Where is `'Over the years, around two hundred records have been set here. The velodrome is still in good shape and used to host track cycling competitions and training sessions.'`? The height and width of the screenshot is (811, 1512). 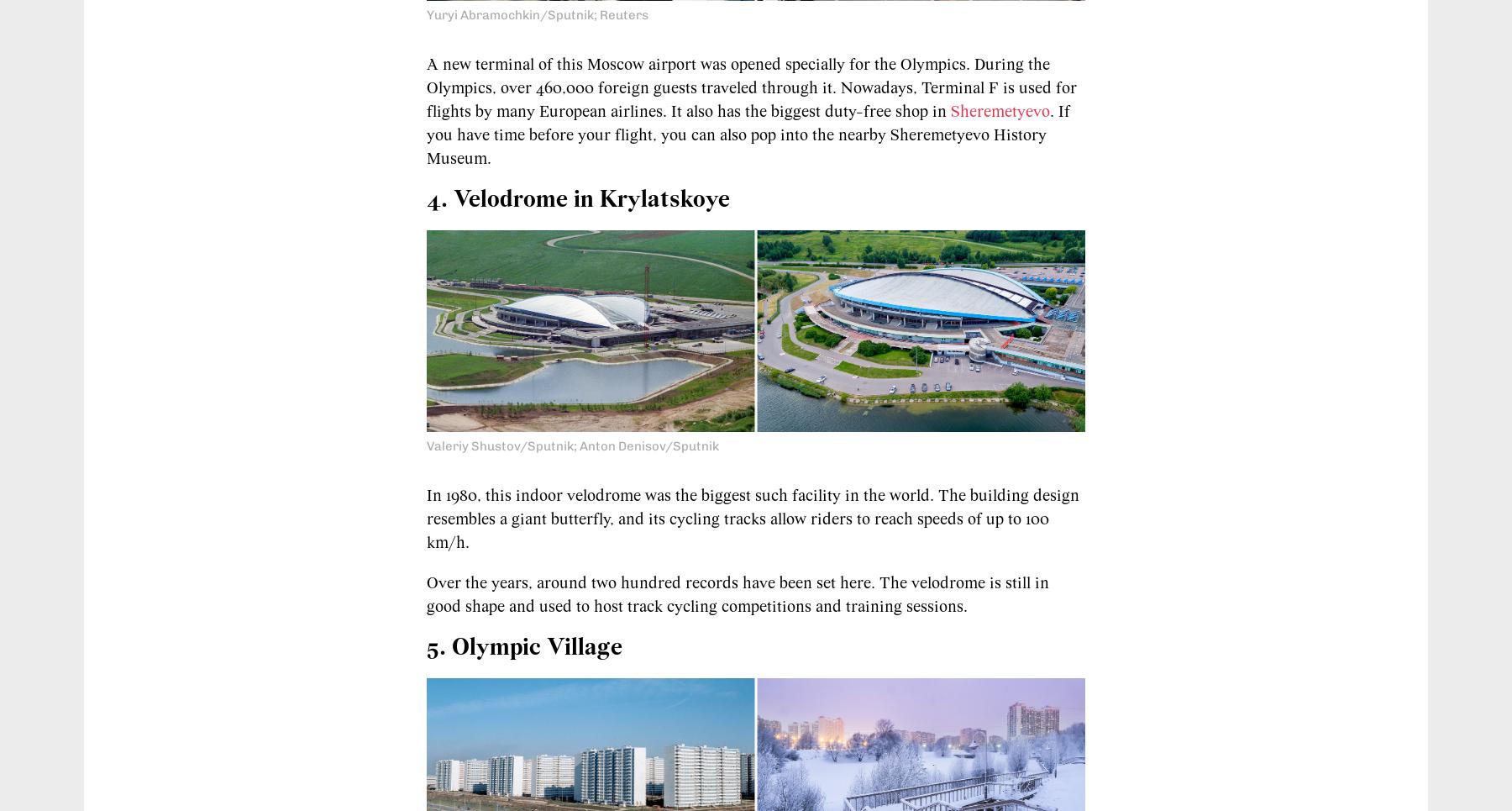 'Over the years, around two hundred records have been set here. The velodrome is still in good shape and used to host track cycling competitions and training sessions.' is located at coordinates (738, 595).